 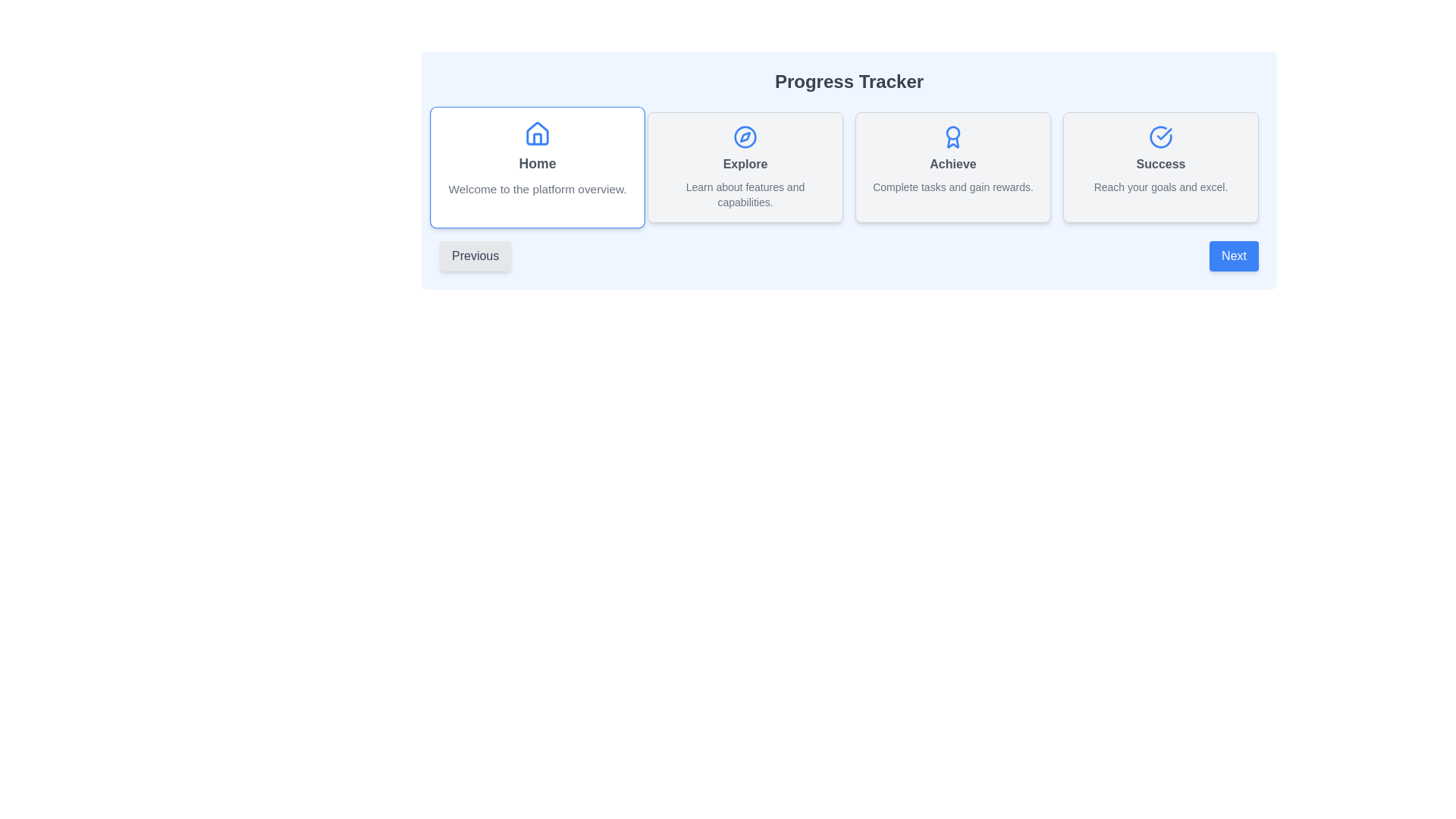 What do you see at coordinates (745, 137) in the screenshot?
I see `the blue compass icon located at the center-top of the 'Explore' box, which is above the 'Explore' text` at bounding box center [745, 137].